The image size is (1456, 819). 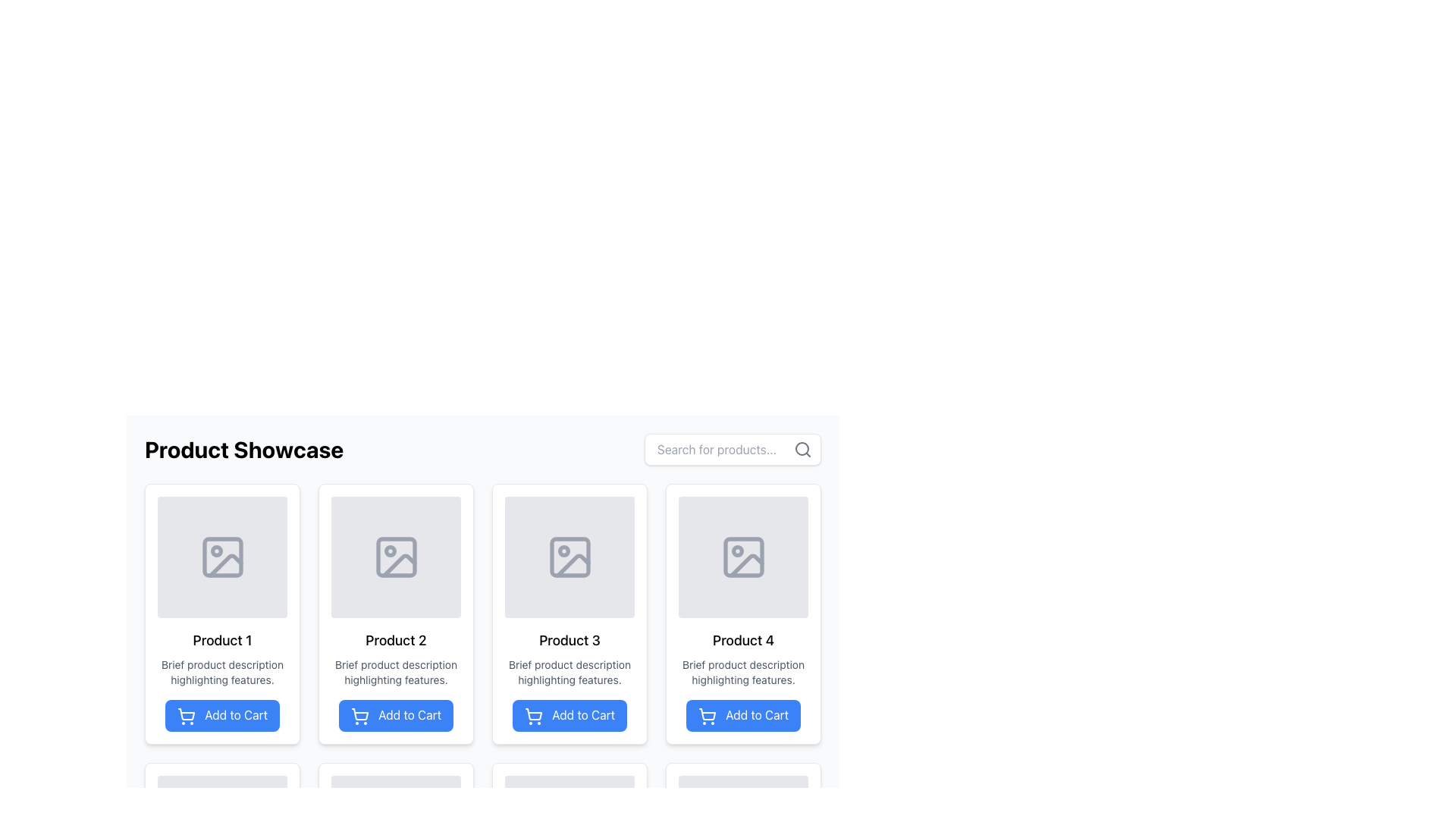 What do you see at coordinates (569, 557) in the screenshot?
I see `the Image Placeholder for 'Product 3', which has a gray background and rounded corners, positioned at the top of the card layout` at bounding box center [569, 557].